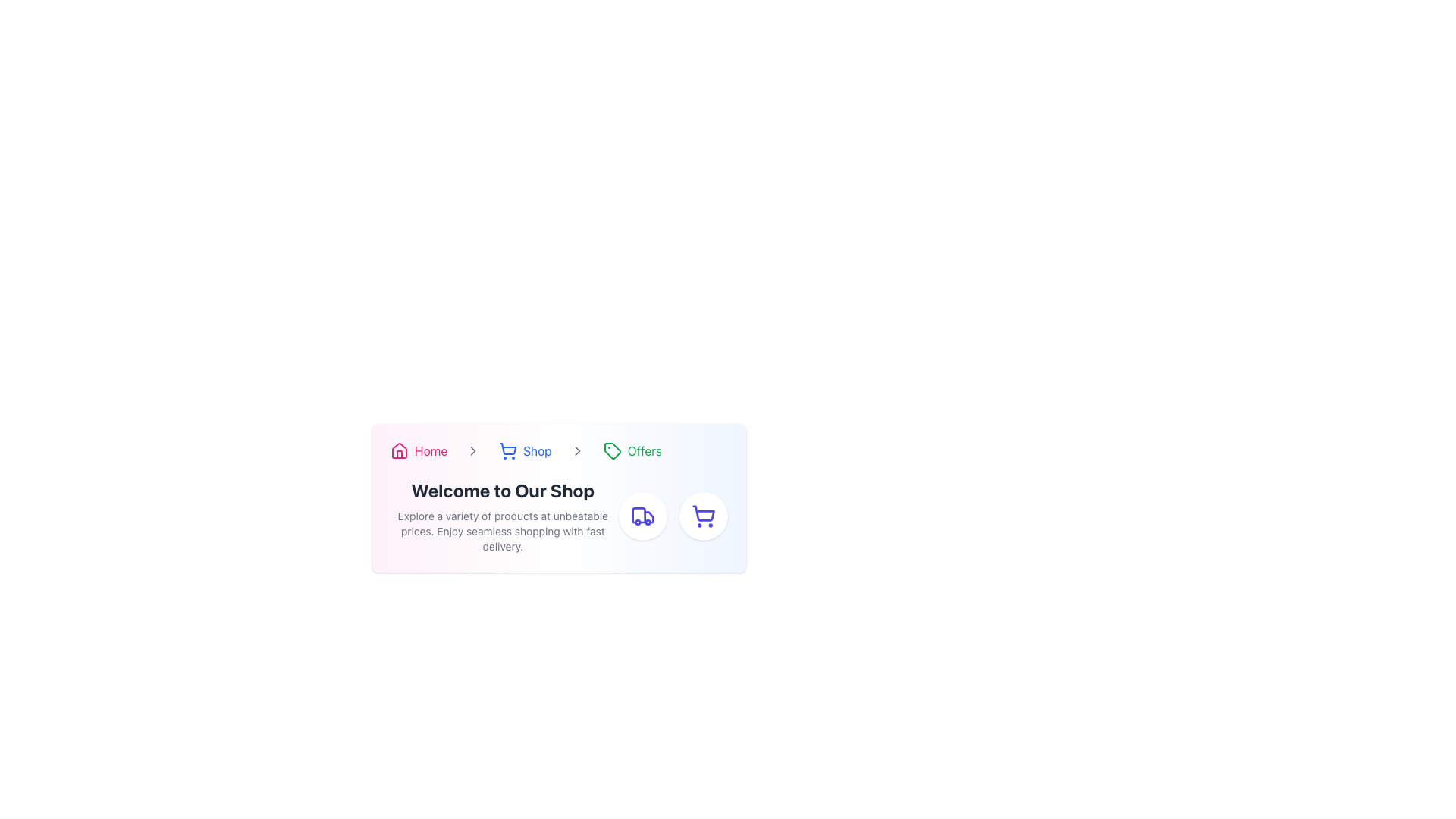 This screenshot has height=819, width=1456. I want to click on the rightward-pointing chevron icon in the breadcrumb navigation bar, so click(576, 450).